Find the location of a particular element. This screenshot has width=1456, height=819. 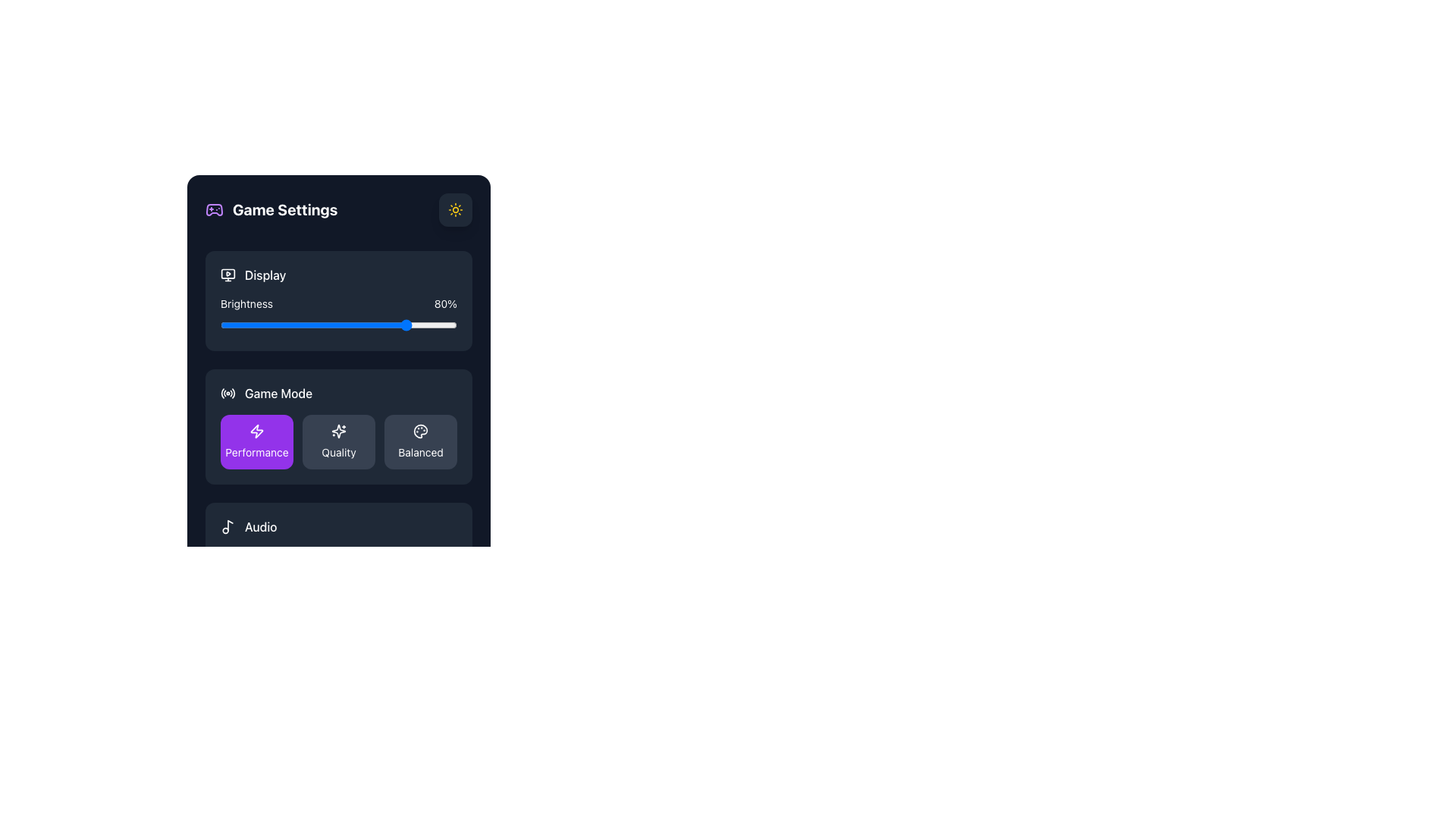

brightness is located at coordinates (301, 324).